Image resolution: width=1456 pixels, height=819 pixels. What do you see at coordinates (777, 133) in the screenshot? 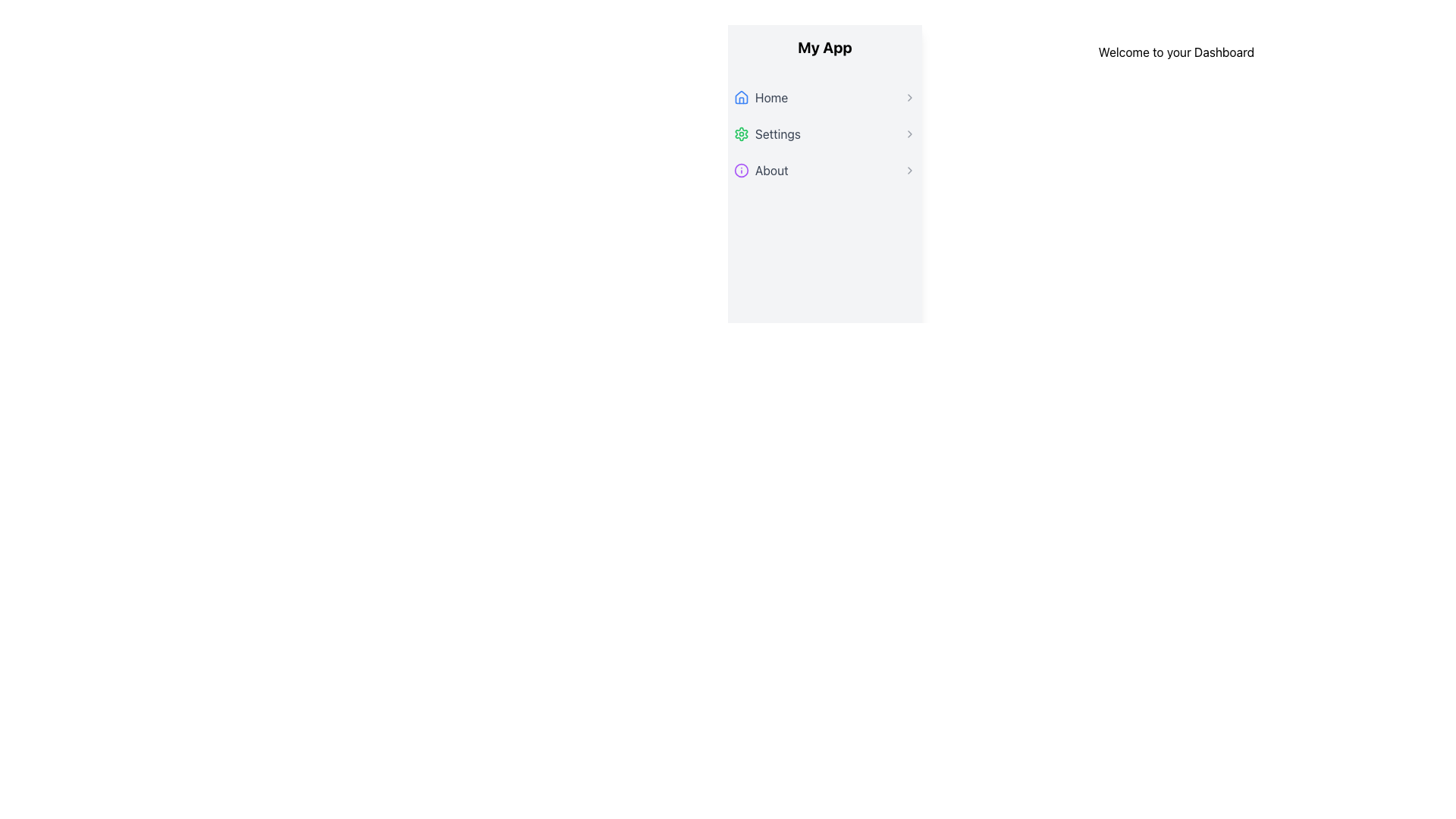
I see `the 'Settings' menu option, which is the second entry in the vertical menu list under 'My App'` at bounding box center [777, 133].